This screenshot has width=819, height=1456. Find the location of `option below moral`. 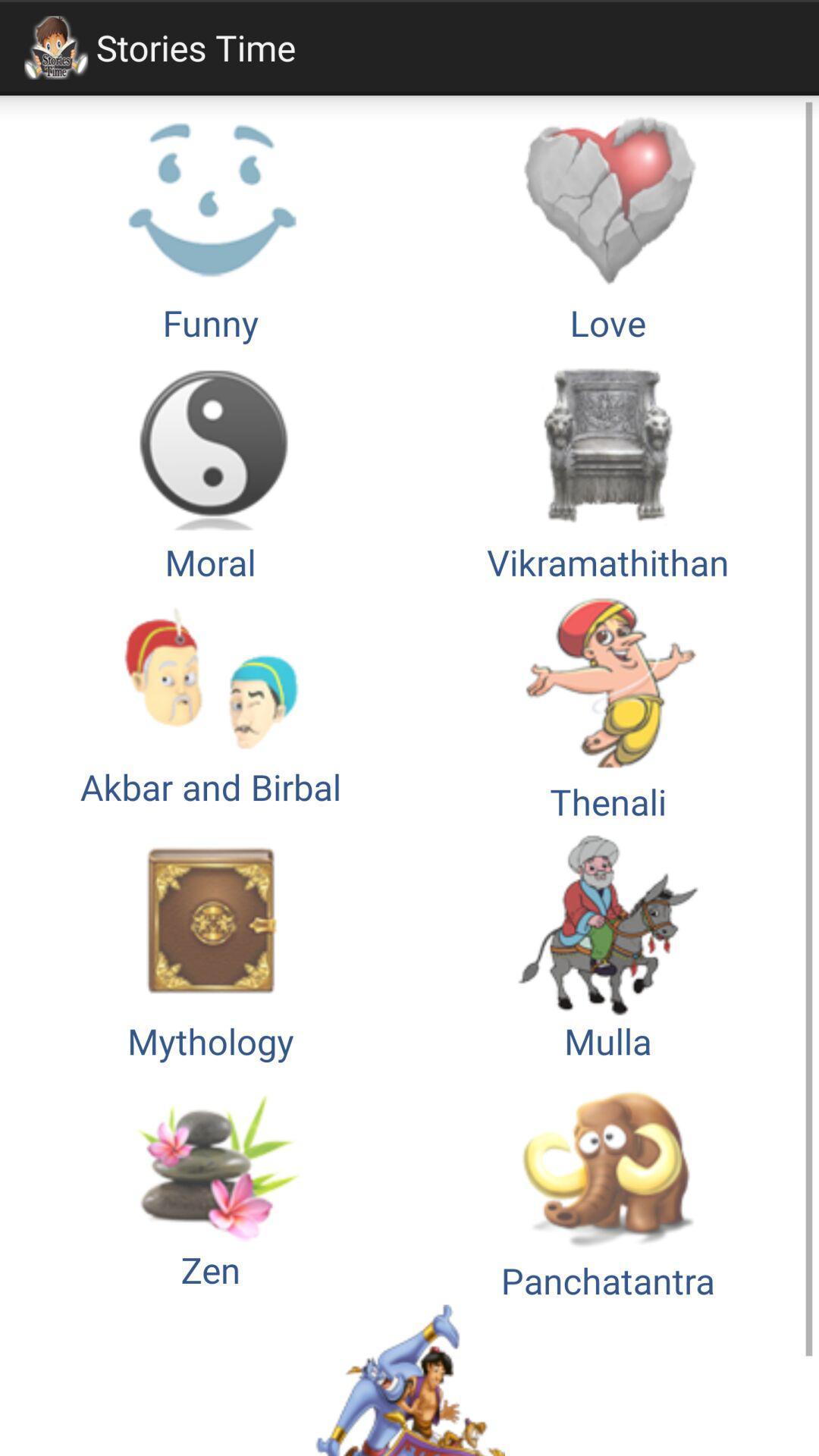

option below moral is located at coordinates (210, 705).